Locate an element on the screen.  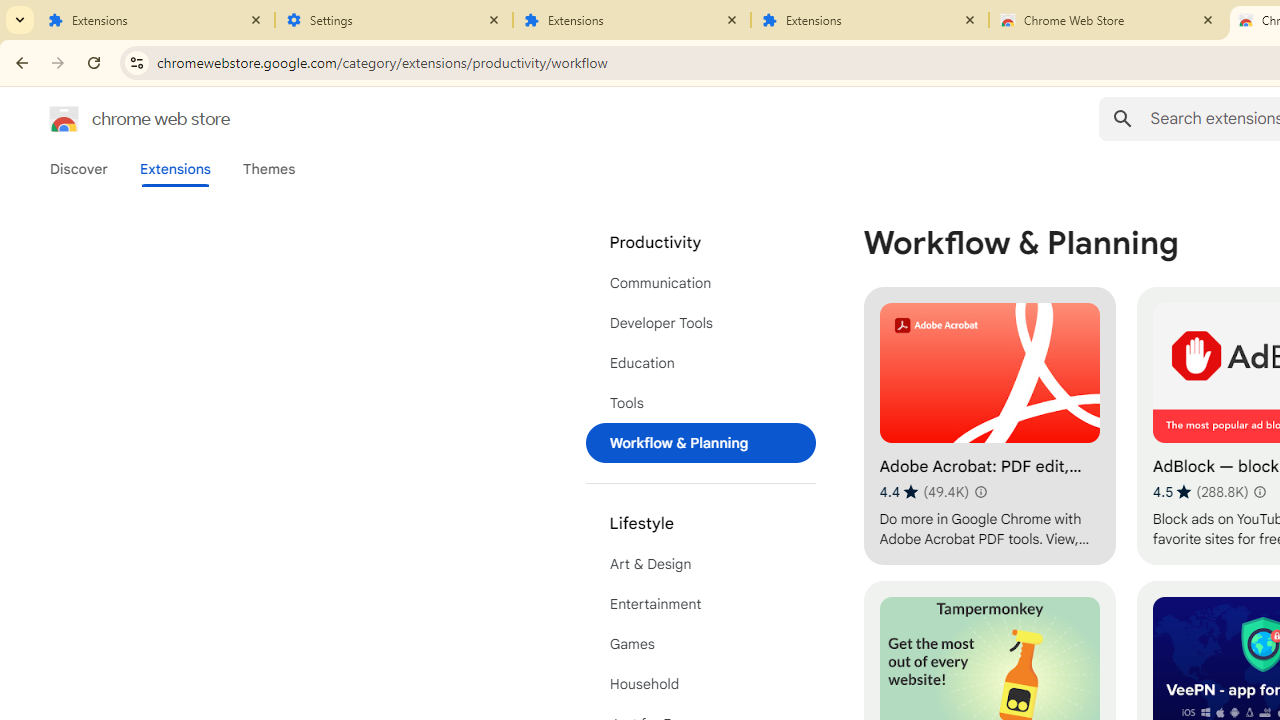
'Entertainment' is located at coordinates (700, 603).